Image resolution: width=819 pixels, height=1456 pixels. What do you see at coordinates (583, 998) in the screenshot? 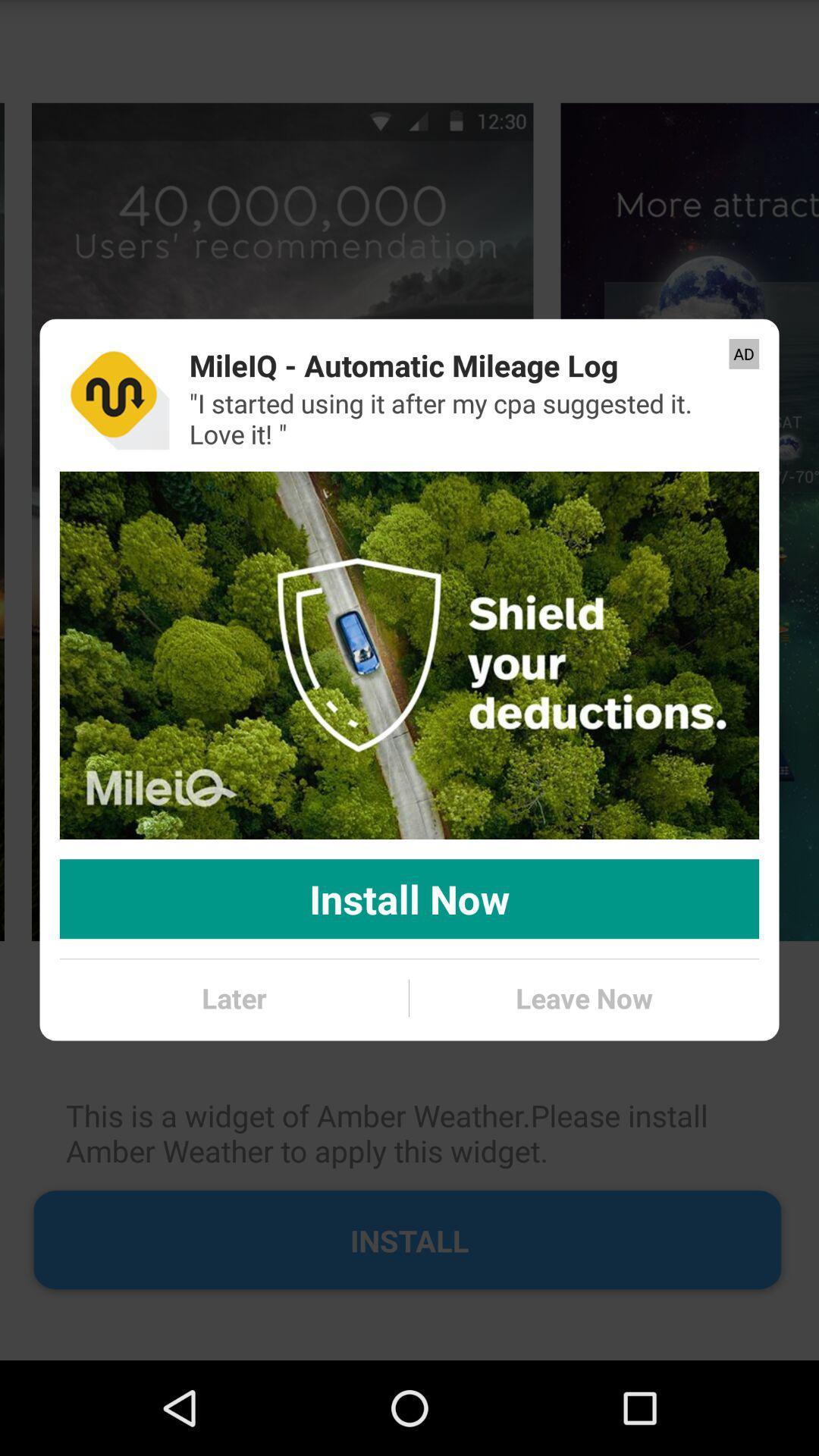
I see `leave now` at bounding box center [583, 998].